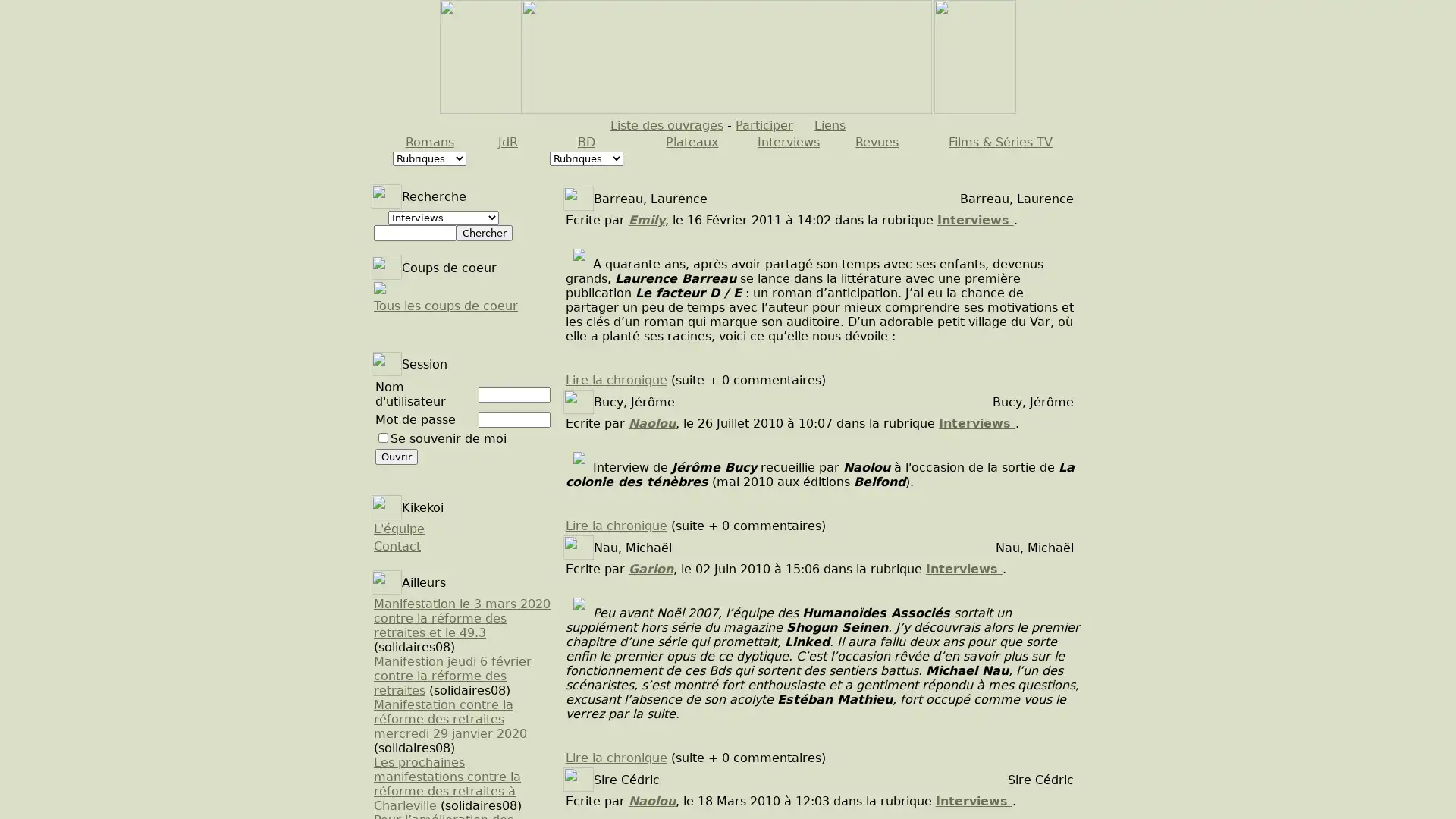  What do you see at coordinates (483, 233) in the screenshot?
I see `Chercher` at bounding box center [483, 233].